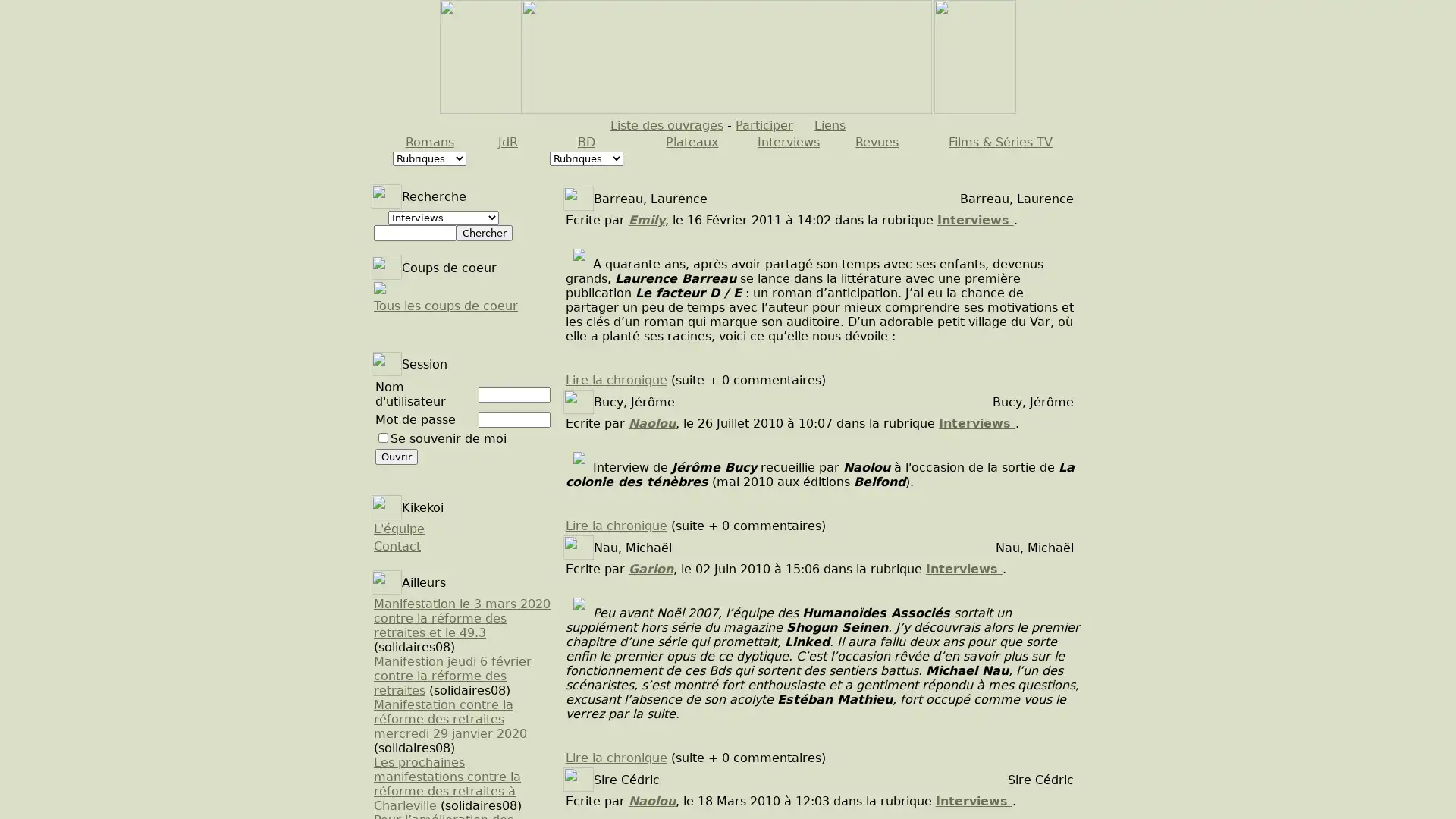  What do you see at coordinates (483, 233) in the screenshot?
I see `Chercher` at bounding box center [483, 233].